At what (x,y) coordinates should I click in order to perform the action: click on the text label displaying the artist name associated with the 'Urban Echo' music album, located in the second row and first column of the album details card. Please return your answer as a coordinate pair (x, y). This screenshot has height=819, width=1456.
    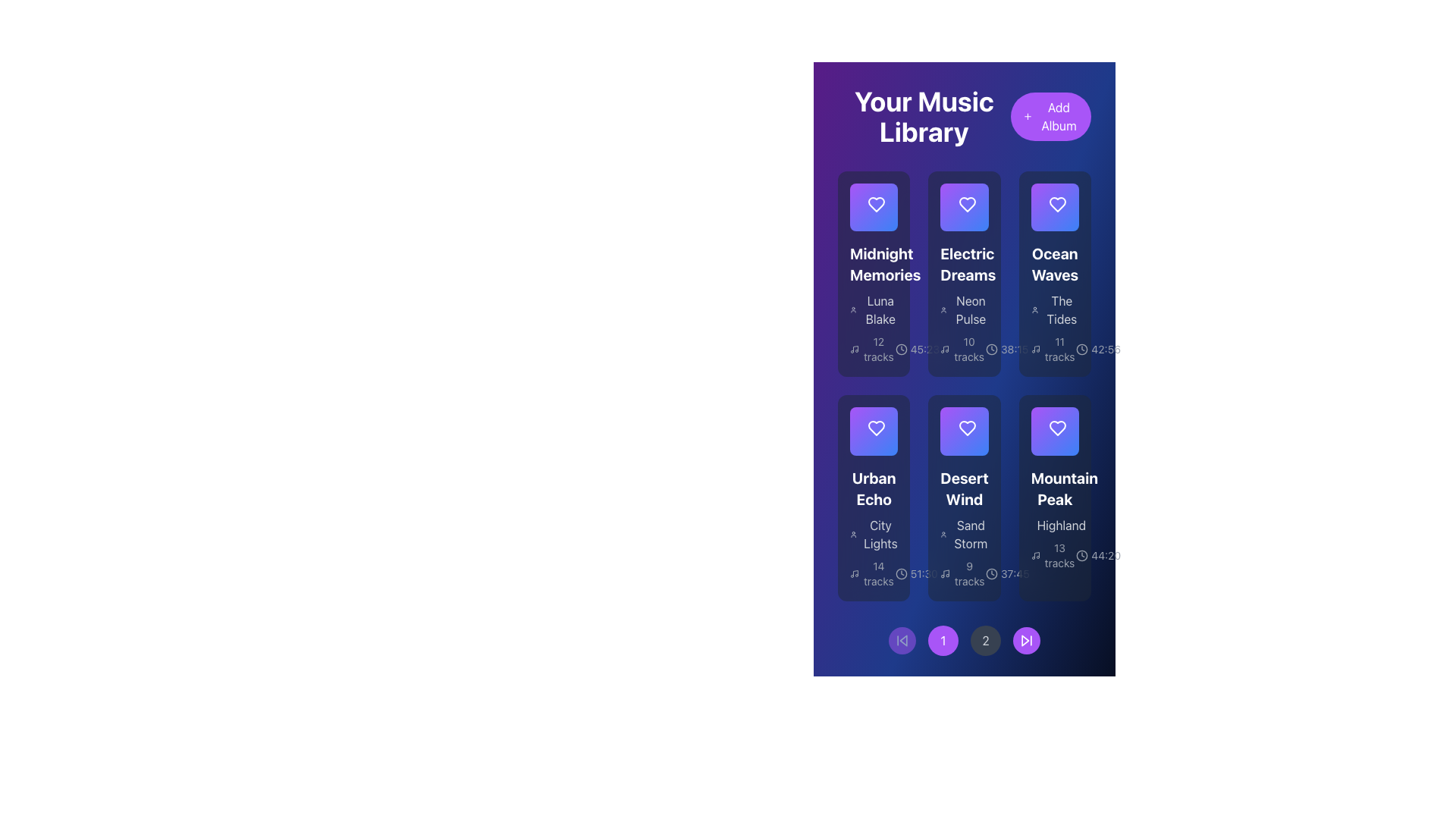
    Looking at the image, I should click on (874, 527).